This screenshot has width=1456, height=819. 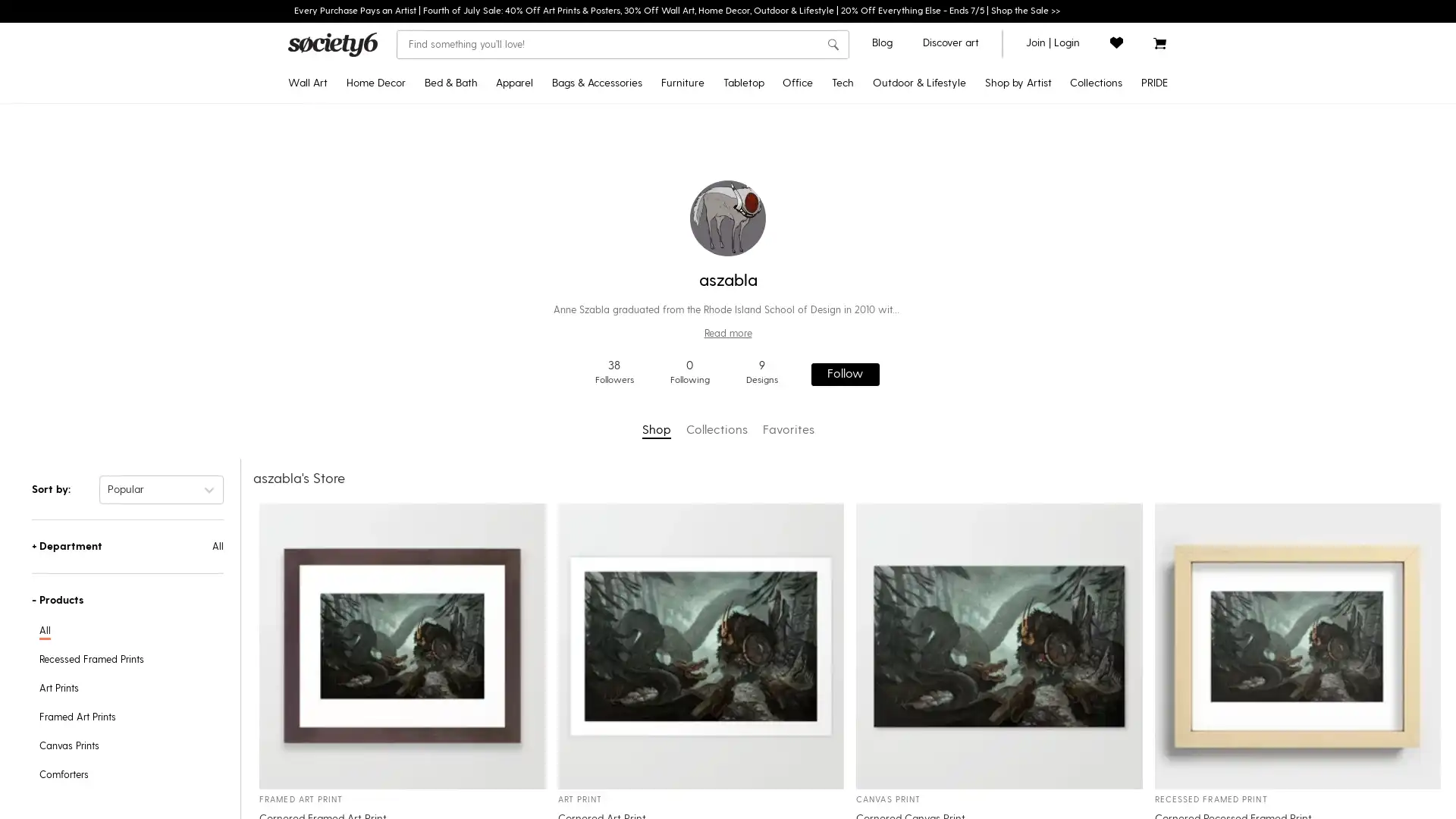 I want to click on -Products, so click(x=127, y=598).